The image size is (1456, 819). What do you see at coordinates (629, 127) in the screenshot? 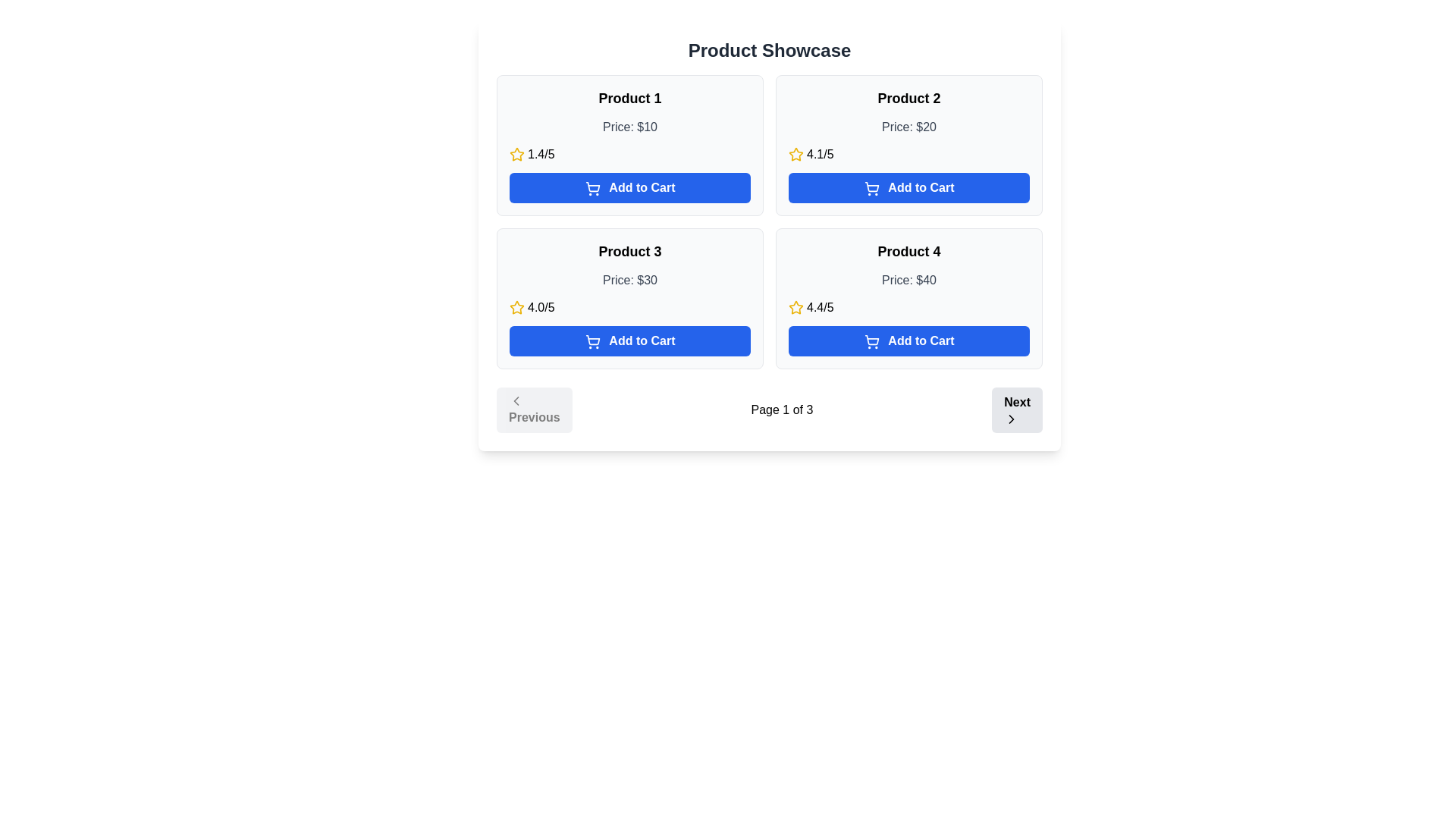
I see `the static text label displaying the price information for 'Product 1', which is located below the title and above the rating in the first product card` at bounding box center [629, 127].